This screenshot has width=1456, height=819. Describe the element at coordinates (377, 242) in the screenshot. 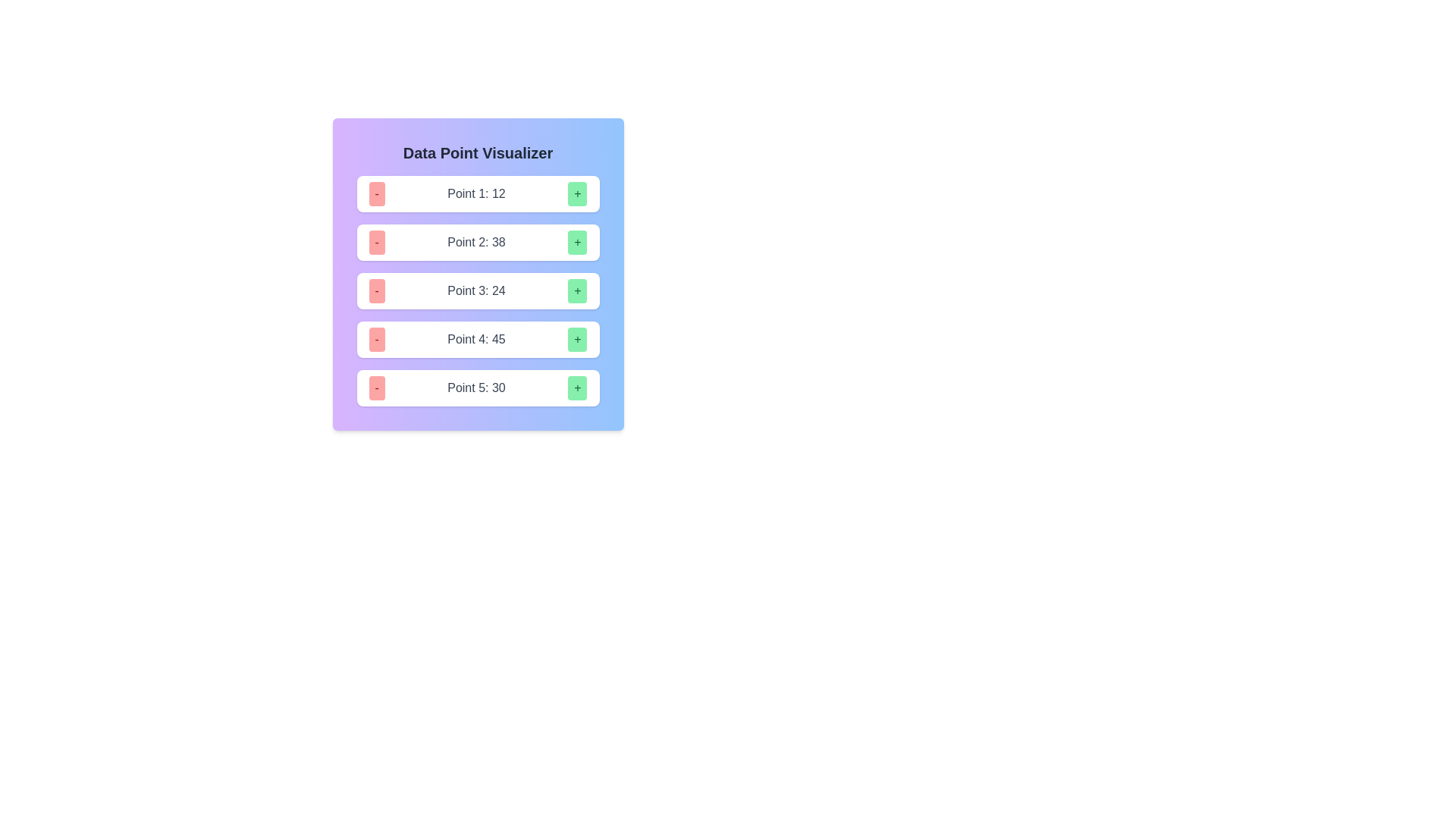

I see `the small red button with a '-' symbol located to the left of the 'Point 2: 38' label to observe a color change effect` at that location.